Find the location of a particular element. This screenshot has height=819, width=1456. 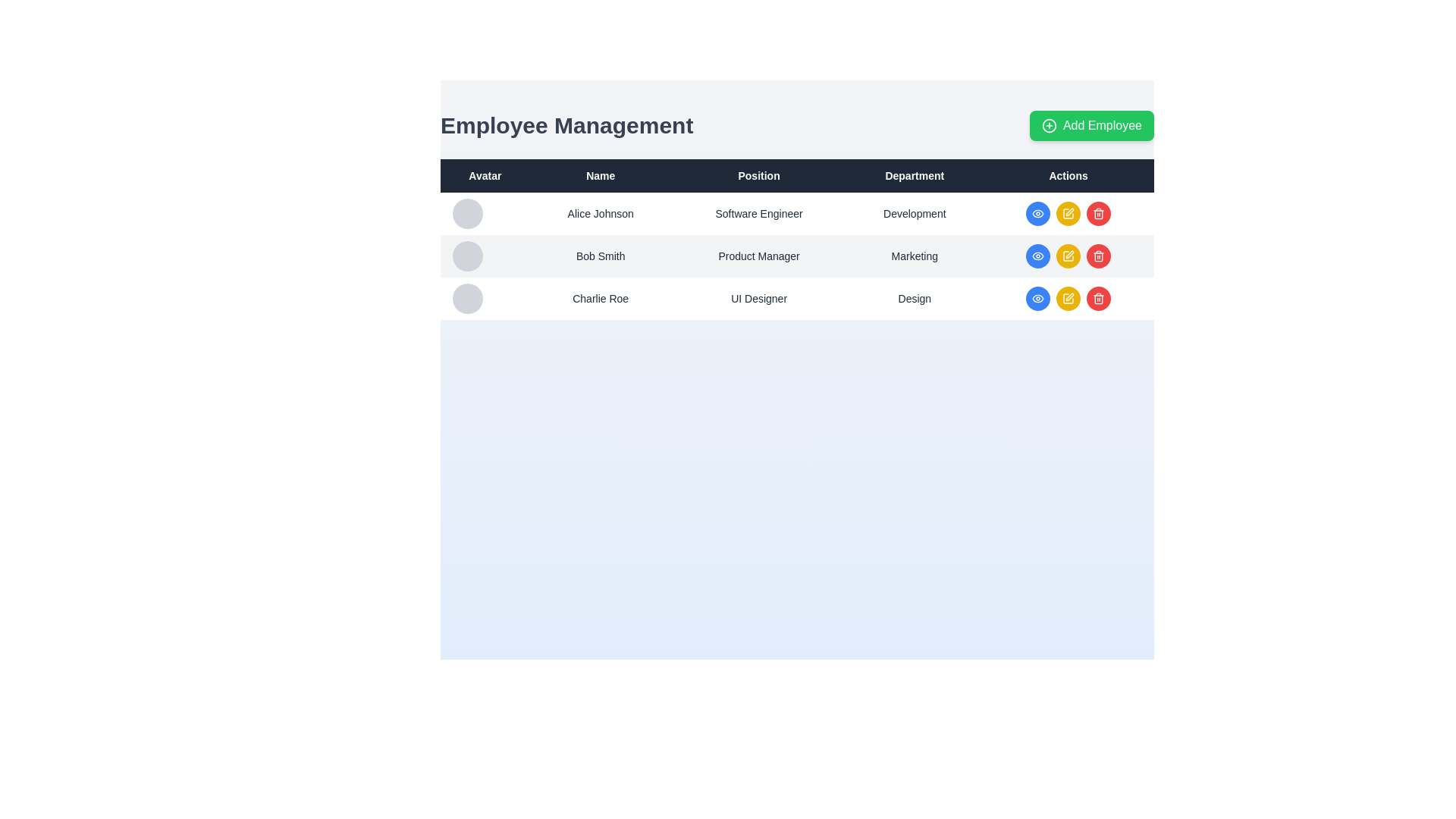

the blue circular button with a white eye icon located in the 'Actions' section corresponding to 'Charlie Roe' by tabbing for keyboard navigation is located at coordinates (1037, 298).